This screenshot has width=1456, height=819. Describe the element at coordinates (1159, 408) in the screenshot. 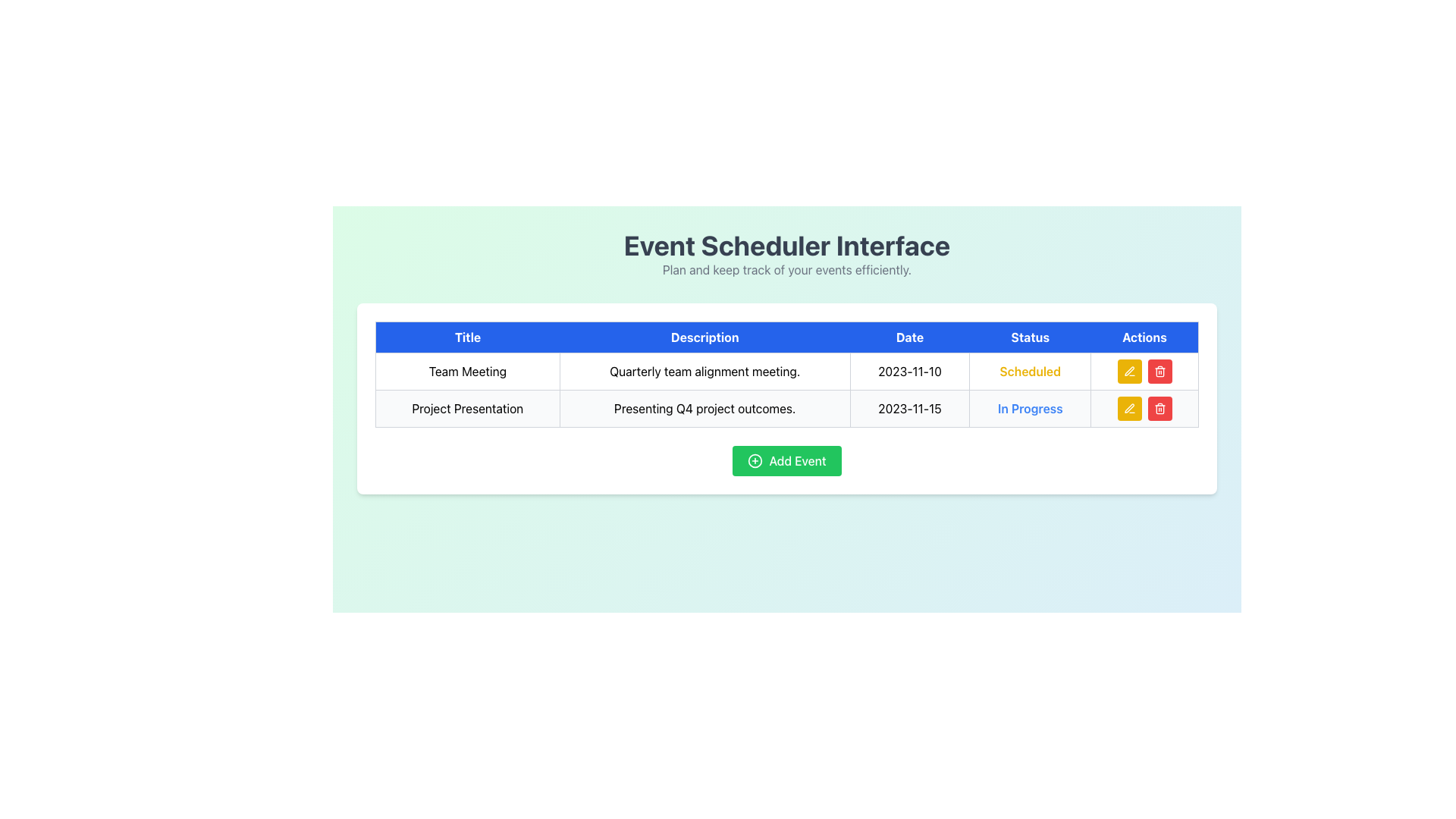

I see `the trash icon button located in the 'Actions' column of the 'Project Presentation' row` at that location.